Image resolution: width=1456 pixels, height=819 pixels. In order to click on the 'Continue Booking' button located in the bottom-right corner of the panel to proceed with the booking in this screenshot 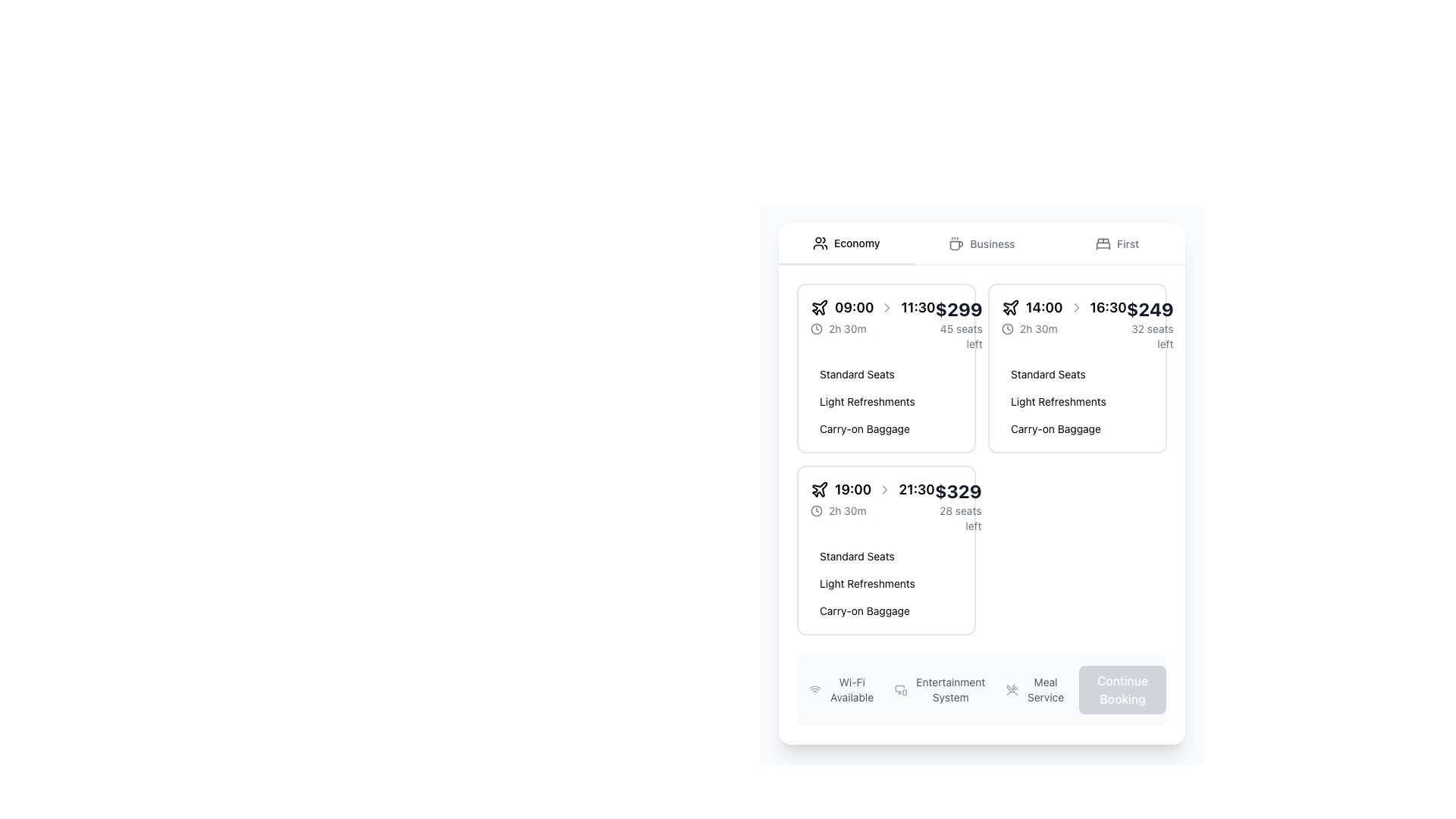, I will do `click(1122, 690)`.